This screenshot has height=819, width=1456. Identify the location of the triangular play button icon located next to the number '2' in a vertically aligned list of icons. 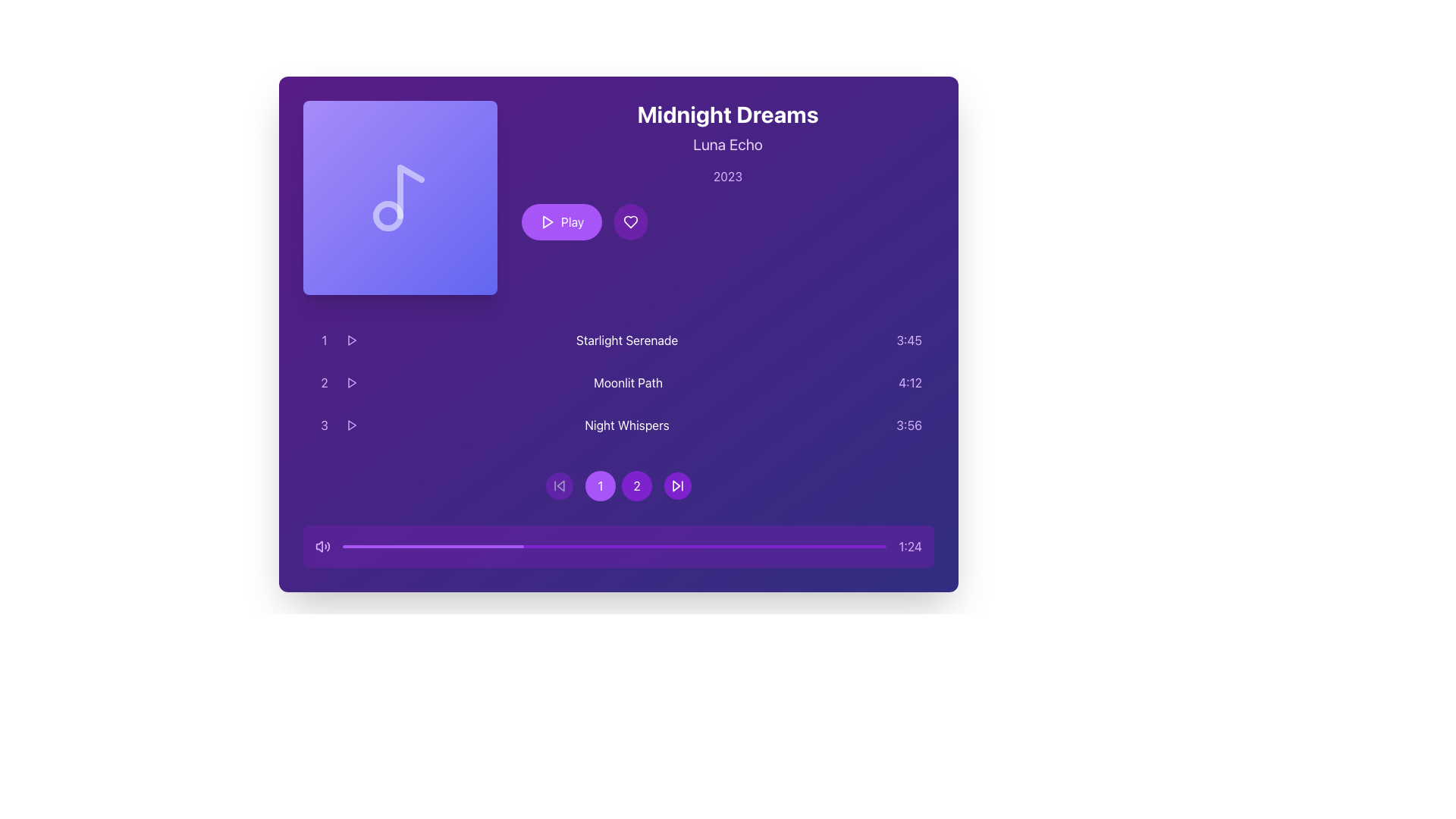
(351, 382).